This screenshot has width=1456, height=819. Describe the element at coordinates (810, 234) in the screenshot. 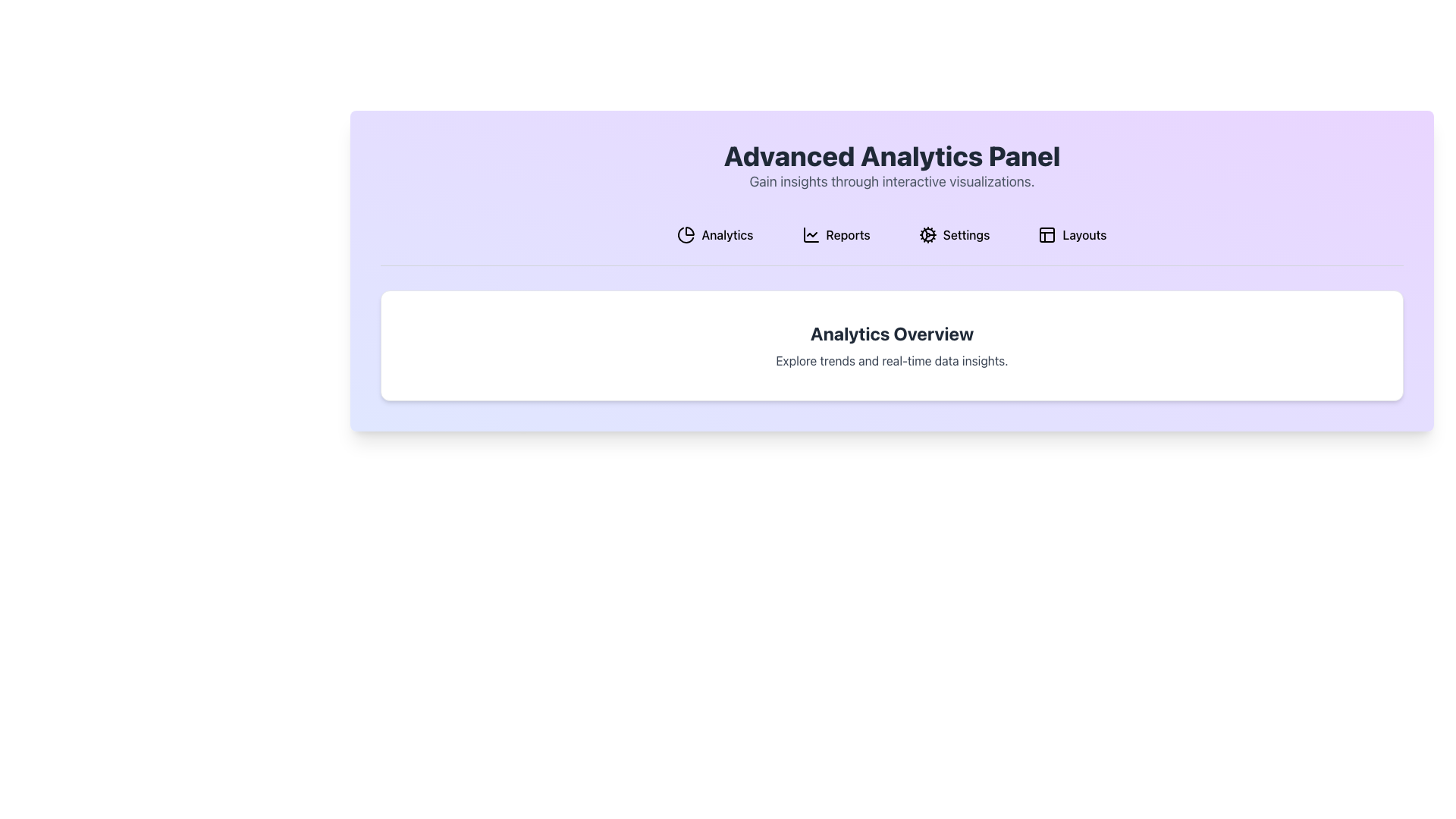

I see `the Reports icon located in the main navigation bar, adjacent to the Reports label, which visually indicates the functionality of viewing or interacting with reports` at that location.